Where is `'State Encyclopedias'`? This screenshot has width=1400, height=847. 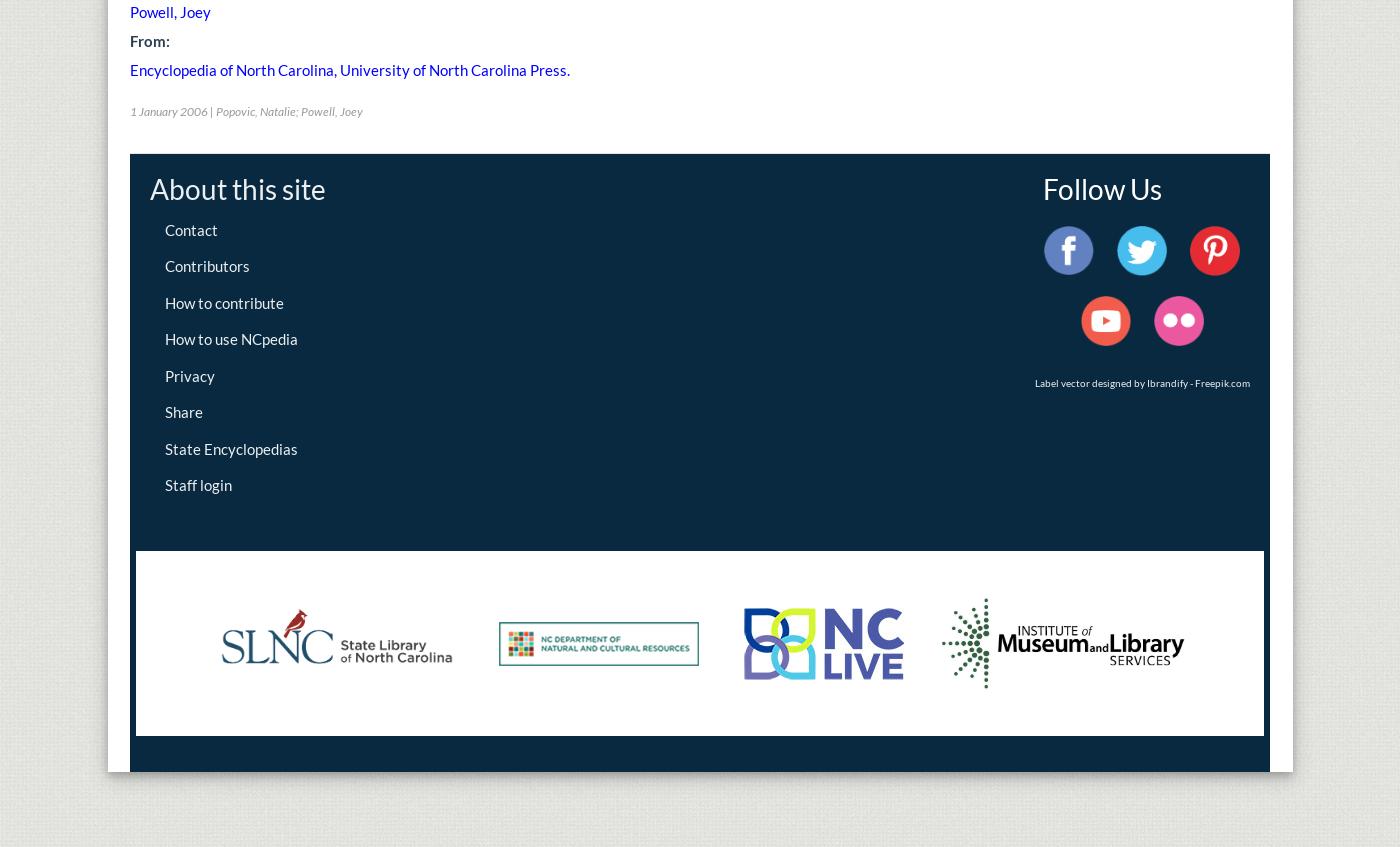
'State Encyclopedias' is located at coordinates (231, 447).